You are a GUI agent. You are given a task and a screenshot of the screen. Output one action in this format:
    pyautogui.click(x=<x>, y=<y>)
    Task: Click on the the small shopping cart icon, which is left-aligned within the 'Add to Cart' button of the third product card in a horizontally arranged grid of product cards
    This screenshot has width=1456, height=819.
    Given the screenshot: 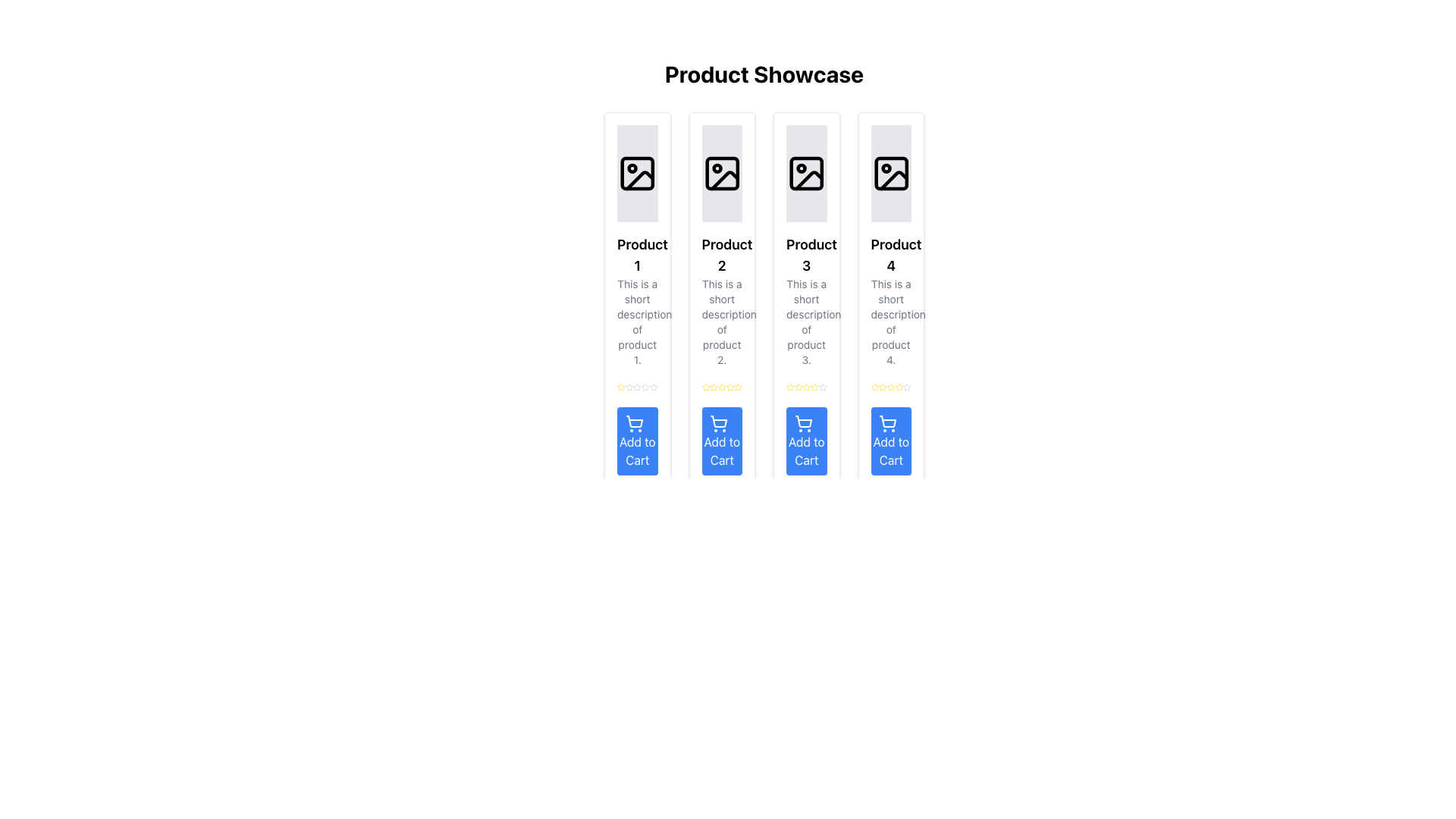 What is the action you would take?
    pyautogui.click(x=718, y=423)
    